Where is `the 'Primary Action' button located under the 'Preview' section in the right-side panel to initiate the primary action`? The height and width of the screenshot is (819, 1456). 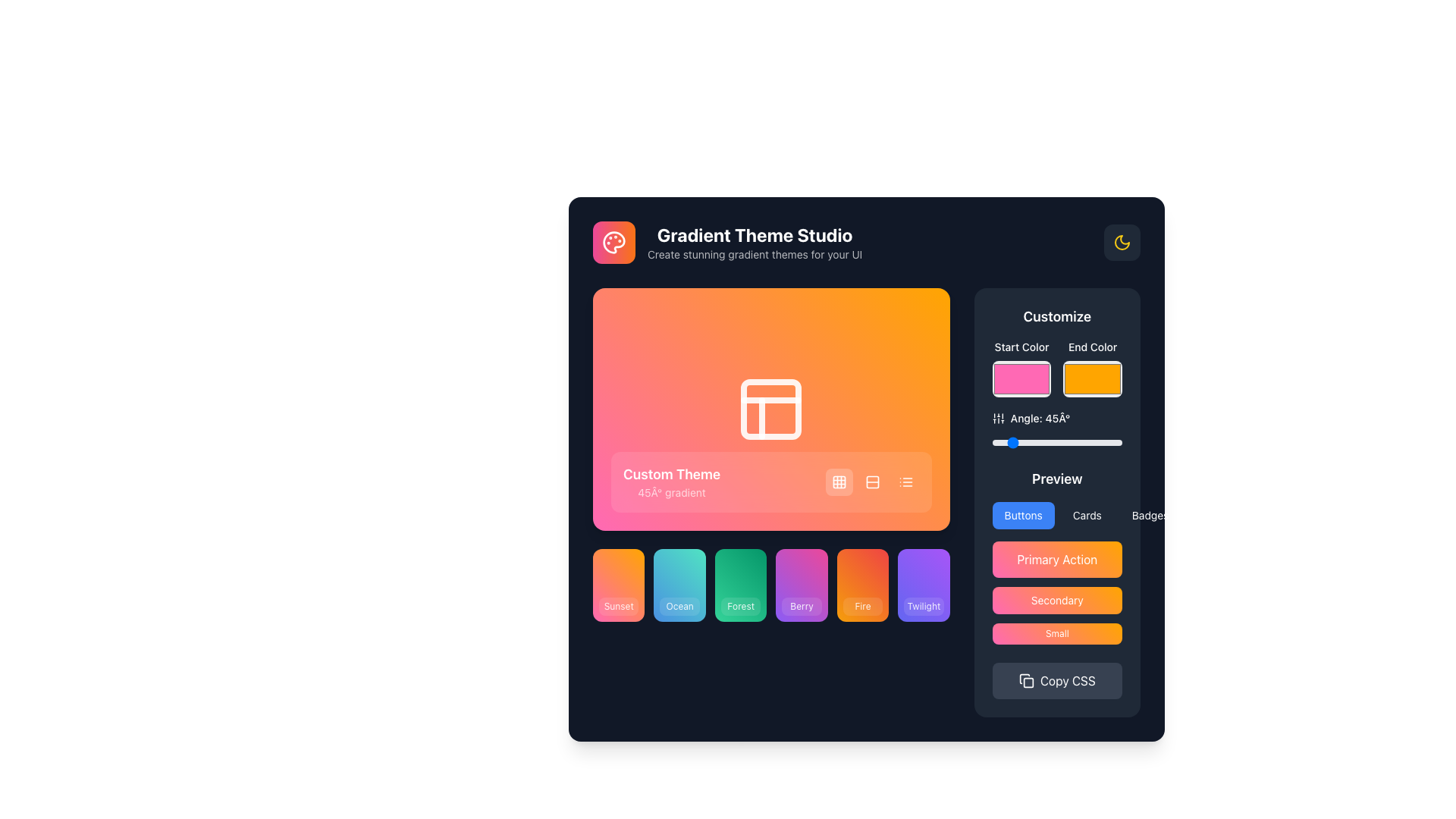 the 'Primary Action' button located under the 'Preview' section in the right-side panel to initiate the primary action is located at coordinates (1056, 556).